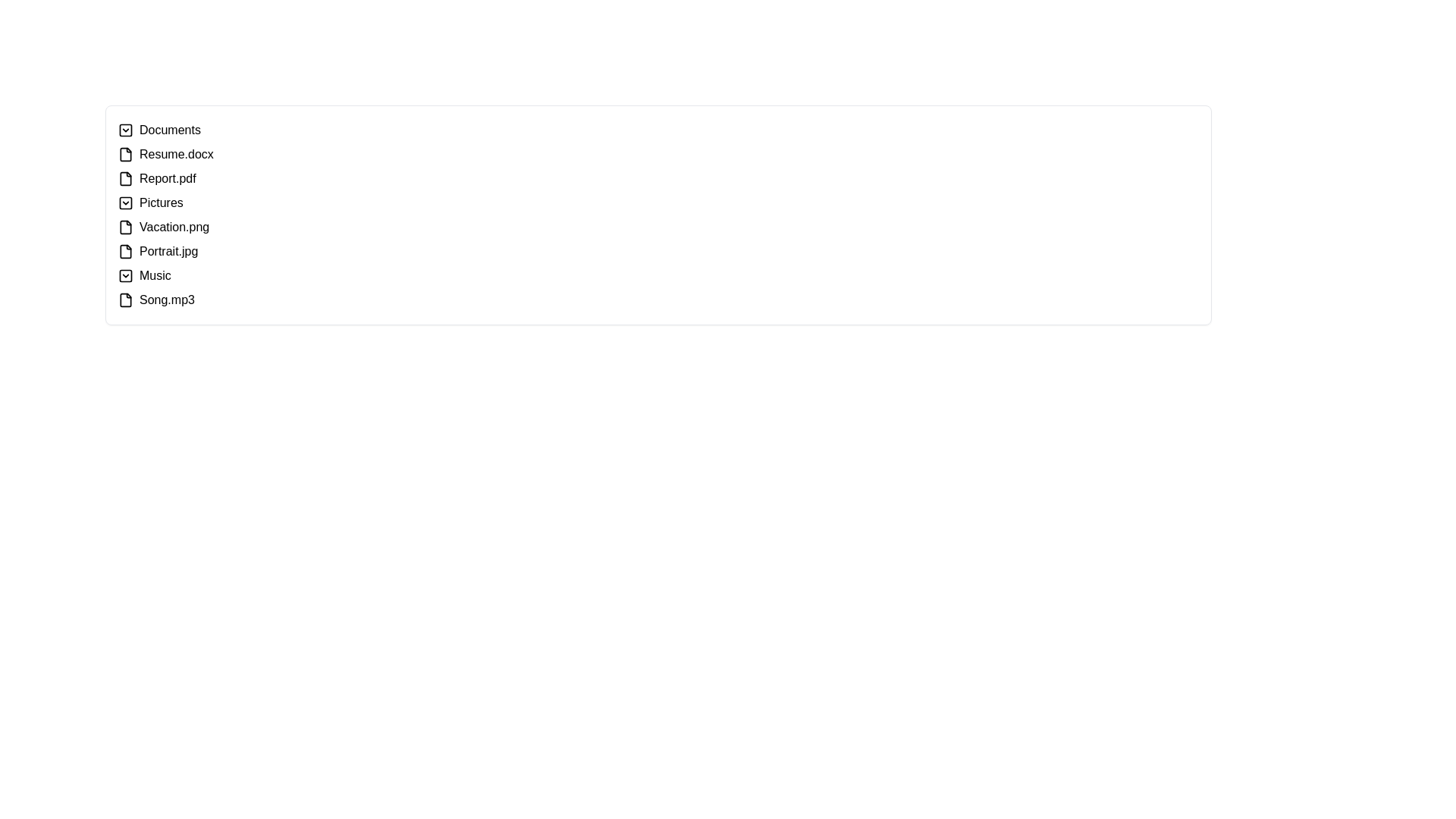 The height and width of the screenshot is (819, 1456). Describe the element at coordinates (168, 250) in the screenshot. I see `the second text label under the 'Pictures' section that displays the file name, as part of a file explorer interface` at that location.